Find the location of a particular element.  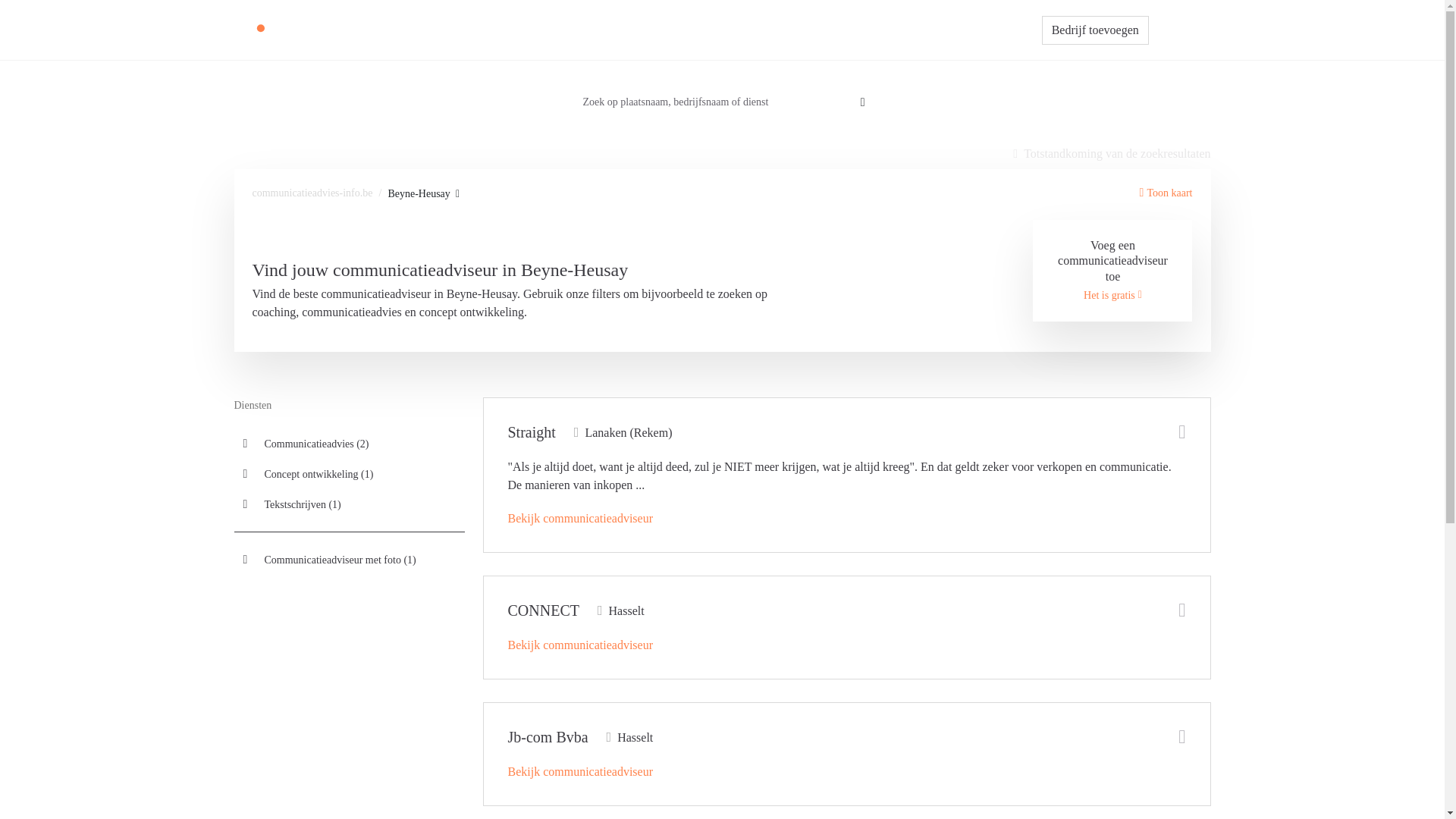

'Bekijk communicatieadviseur' is located at coordinates (580, 517).